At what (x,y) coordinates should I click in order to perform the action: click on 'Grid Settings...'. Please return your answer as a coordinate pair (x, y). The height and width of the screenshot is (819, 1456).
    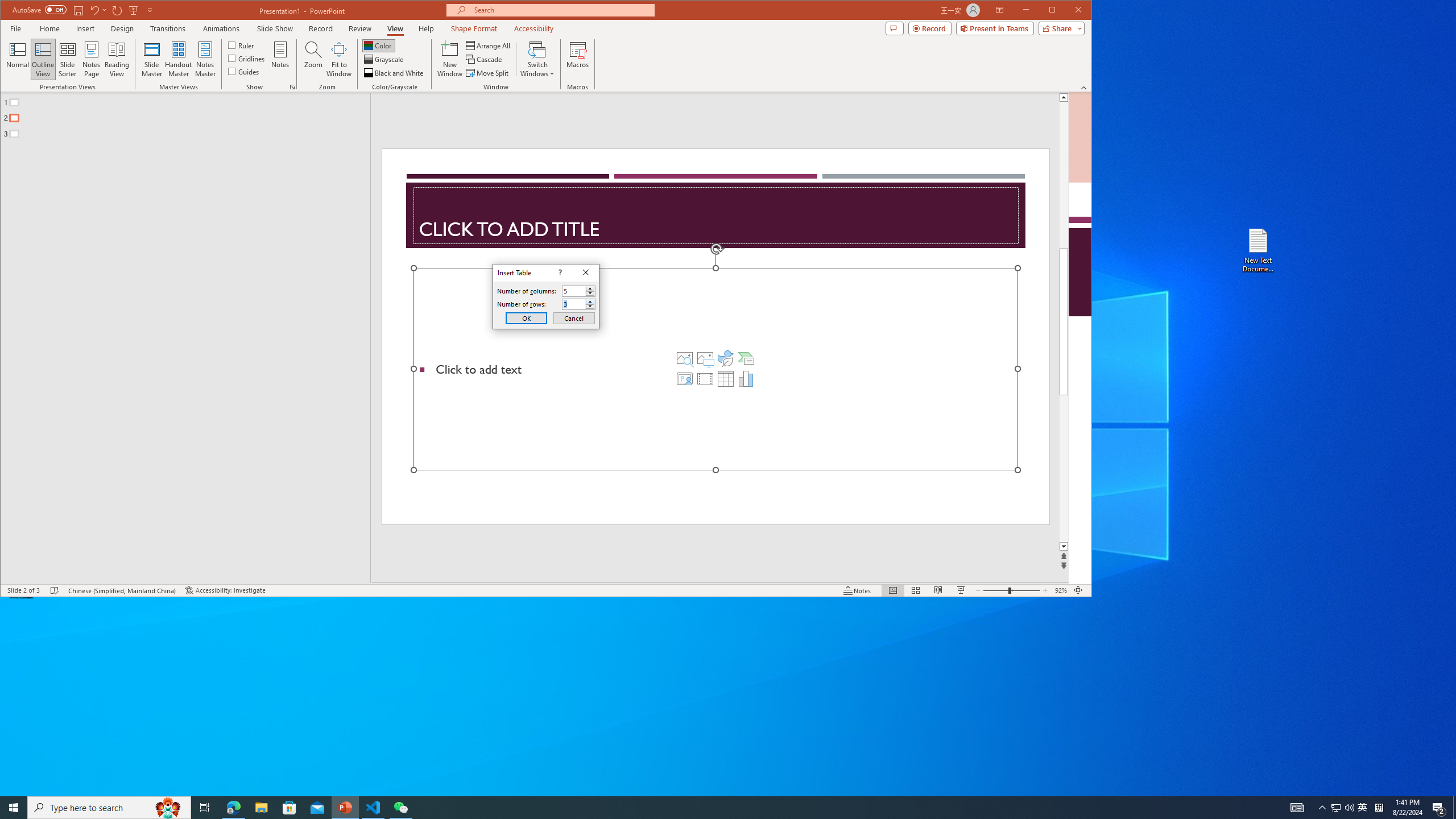
    Looking at the image, I should click on (292, 87).